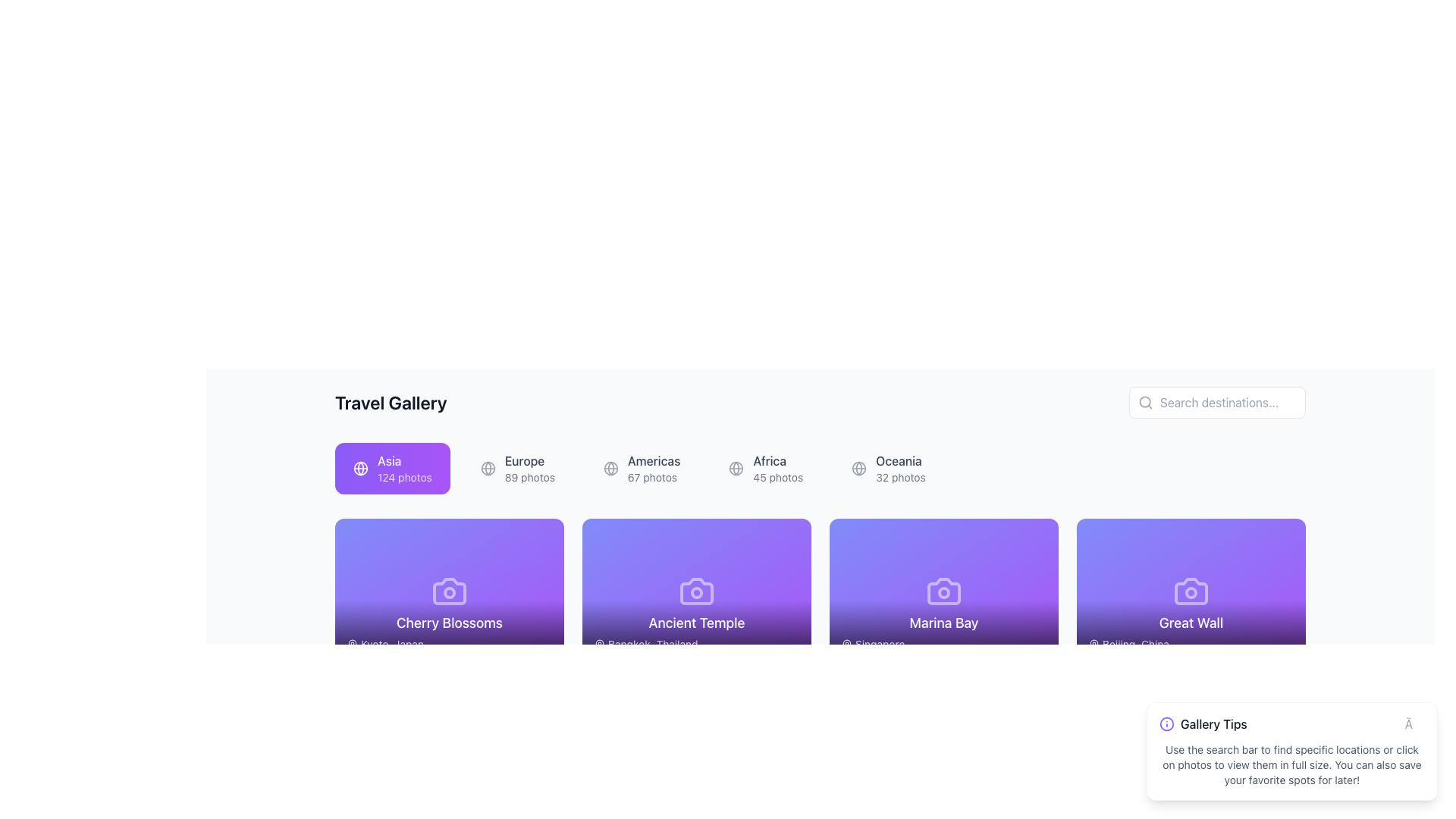  Describe the element at coordinates (529, 467) in the screenshot. I see `the 'Europe' navigation item in the Travel Gallery section` at that location.